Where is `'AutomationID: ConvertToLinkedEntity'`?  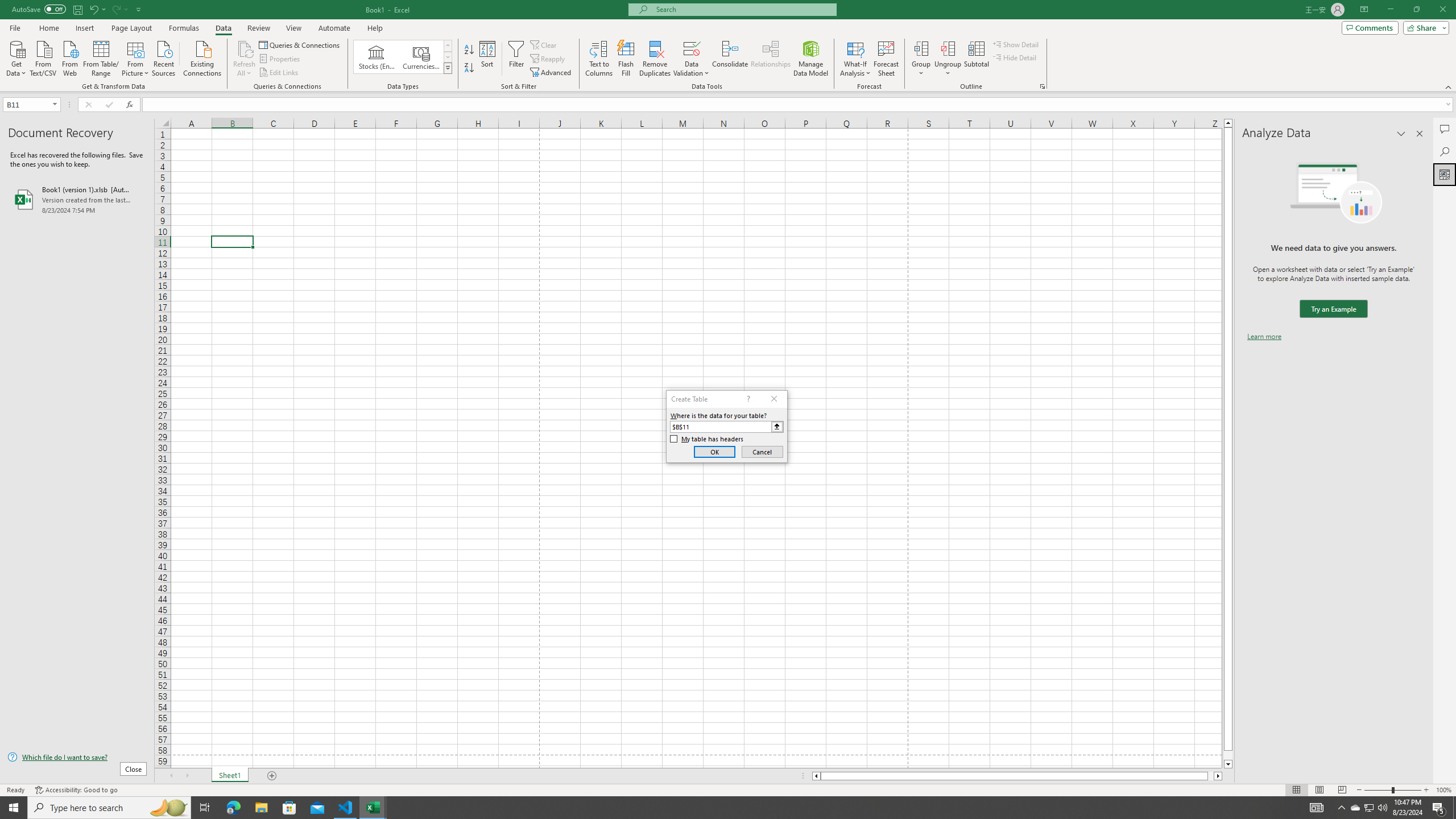
'AutomationID: ConvertToLinkedEntity' is located at coordinates (403, 56).